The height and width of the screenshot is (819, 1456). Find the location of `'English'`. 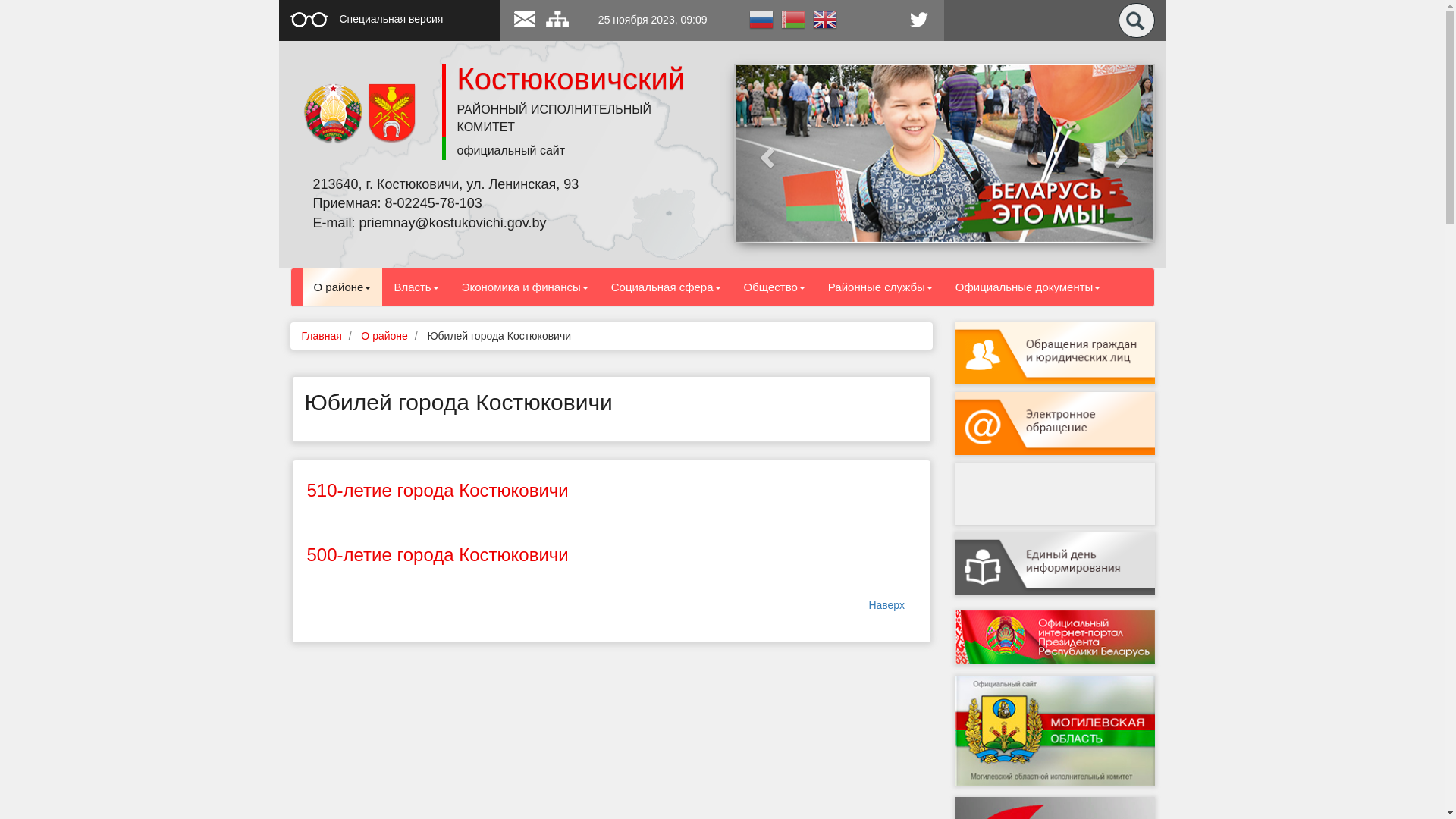

'English' is located at coordinates (807, 18).